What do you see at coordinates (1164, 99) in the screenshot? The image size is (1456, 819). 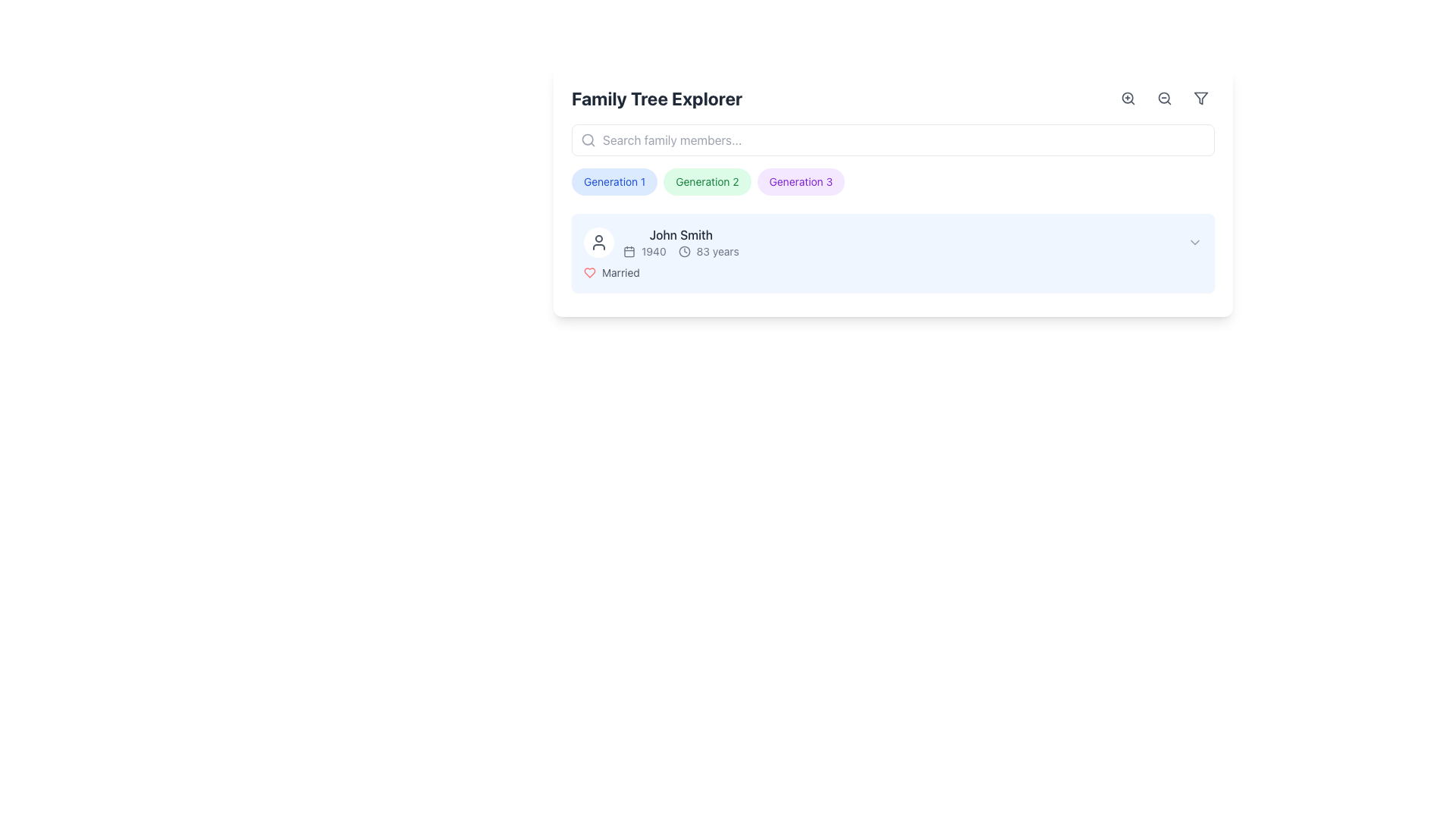 I see `the circular icon button featuring a magnifying glass with a minus sign, located in the top-right corner of the interface between two other buttons` at bounding box center [1164, 99].